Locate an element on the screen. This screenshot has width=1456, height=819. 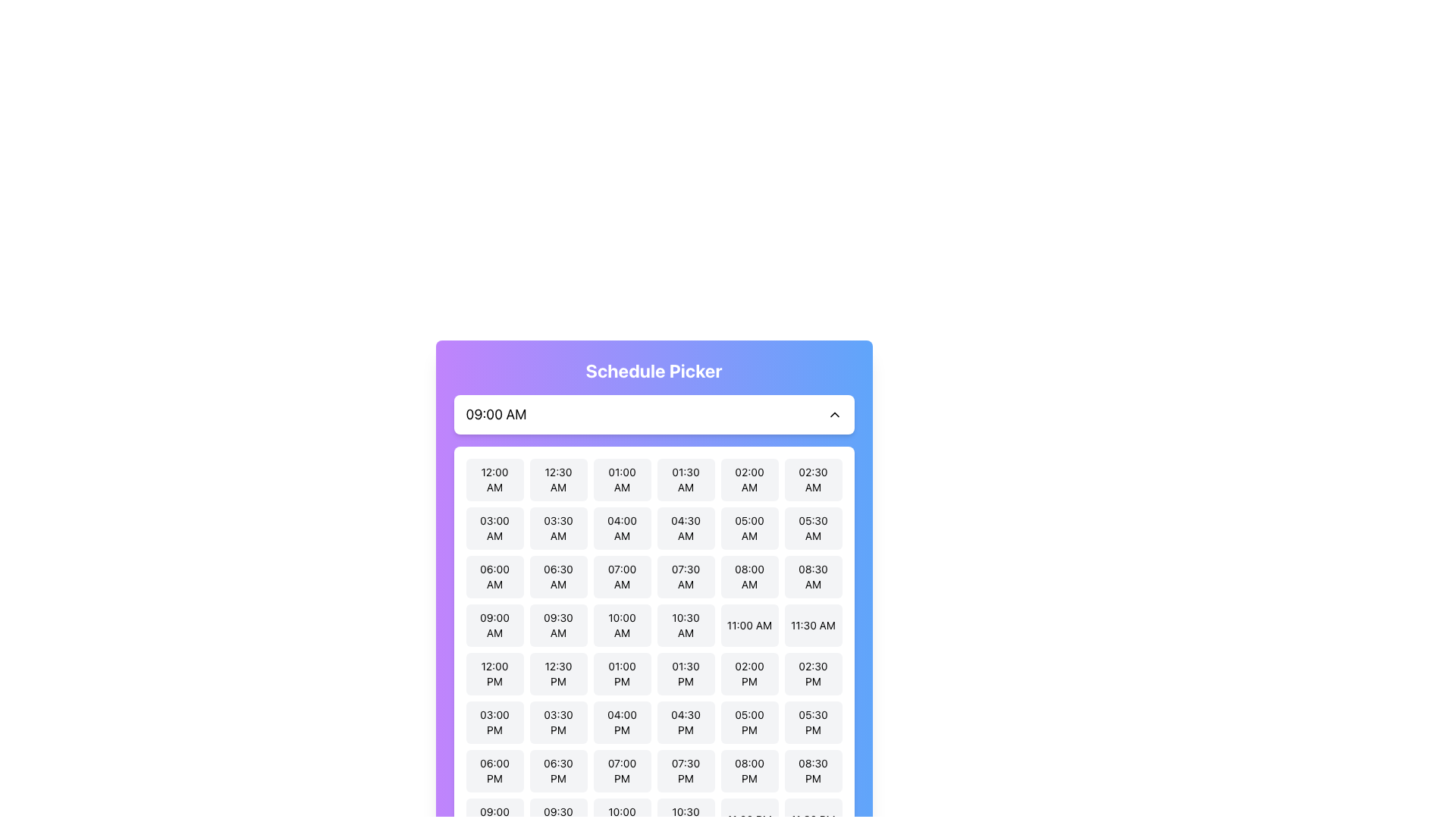
the '05:00 AM' time slot button located in the second row and fifth column of the 'Schedule Picker' grid is located at coordinates (749, 528).